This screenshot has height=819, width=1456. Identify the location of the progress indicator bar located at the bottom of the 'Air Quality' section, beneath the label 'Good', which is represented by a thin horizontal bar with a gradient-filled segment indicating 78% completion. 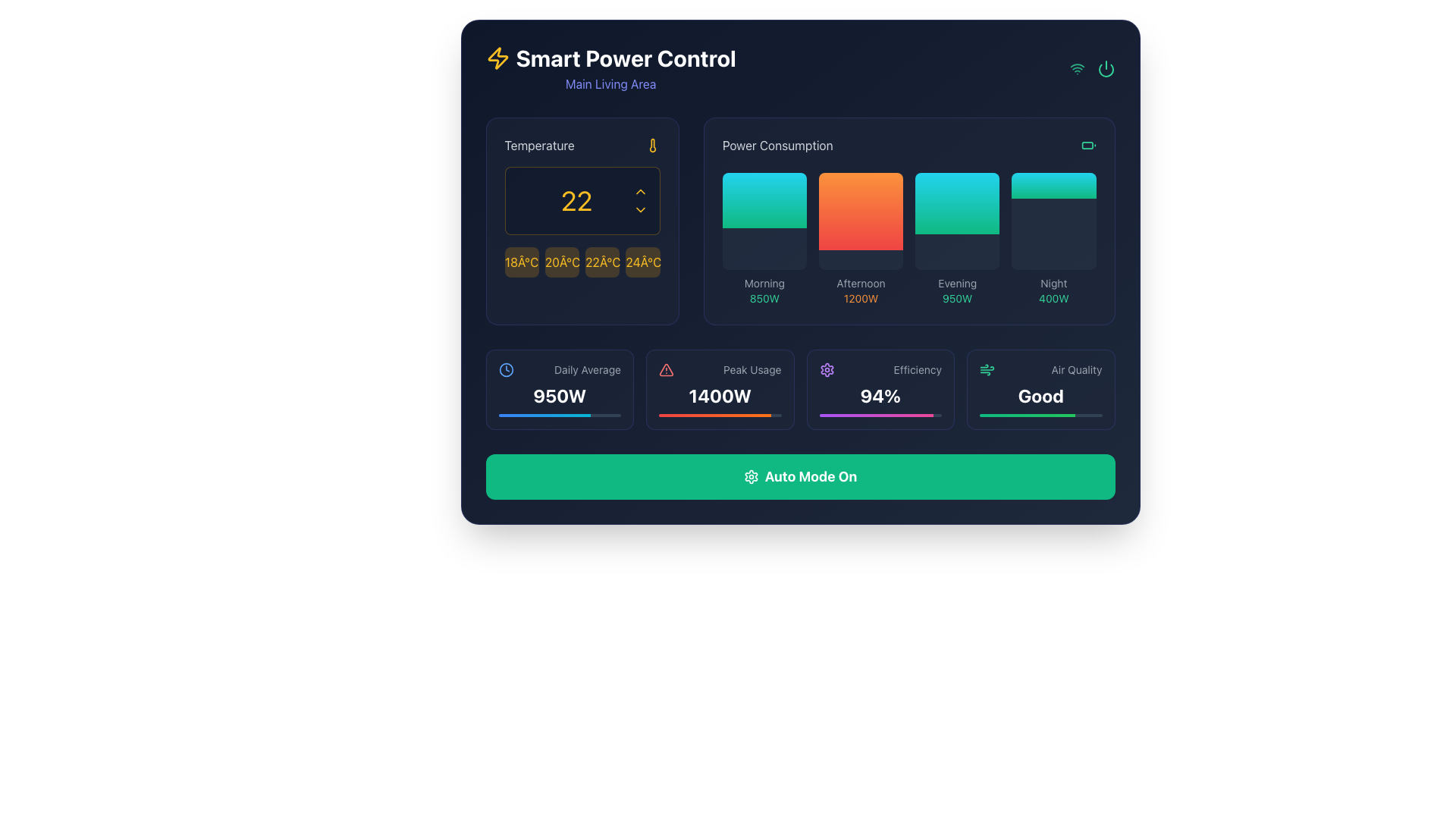
(1040, 415).